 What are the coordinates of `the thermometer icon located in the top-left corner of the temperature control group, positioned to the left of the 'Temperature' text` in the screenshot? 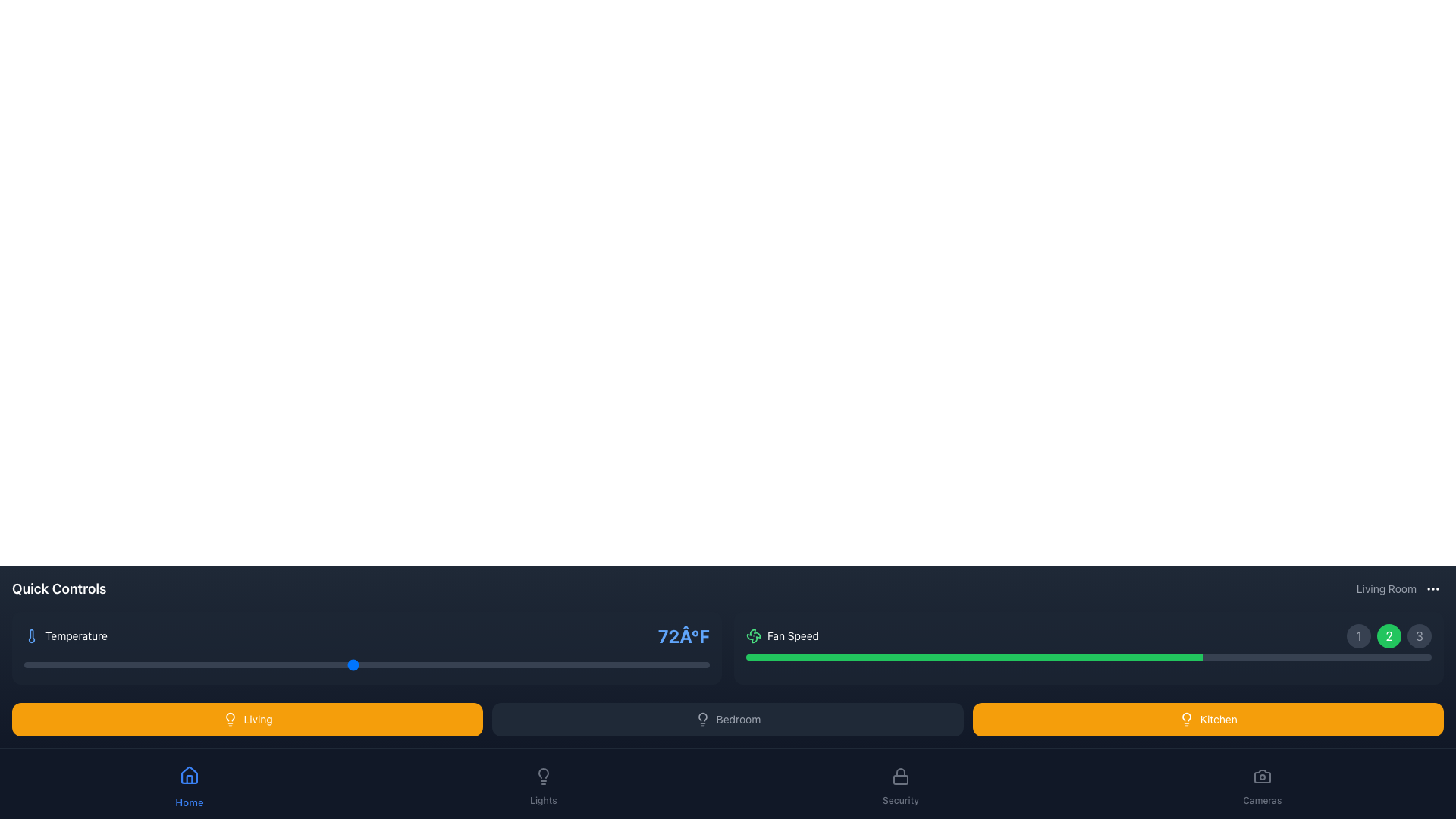 It's located at (32, 636).